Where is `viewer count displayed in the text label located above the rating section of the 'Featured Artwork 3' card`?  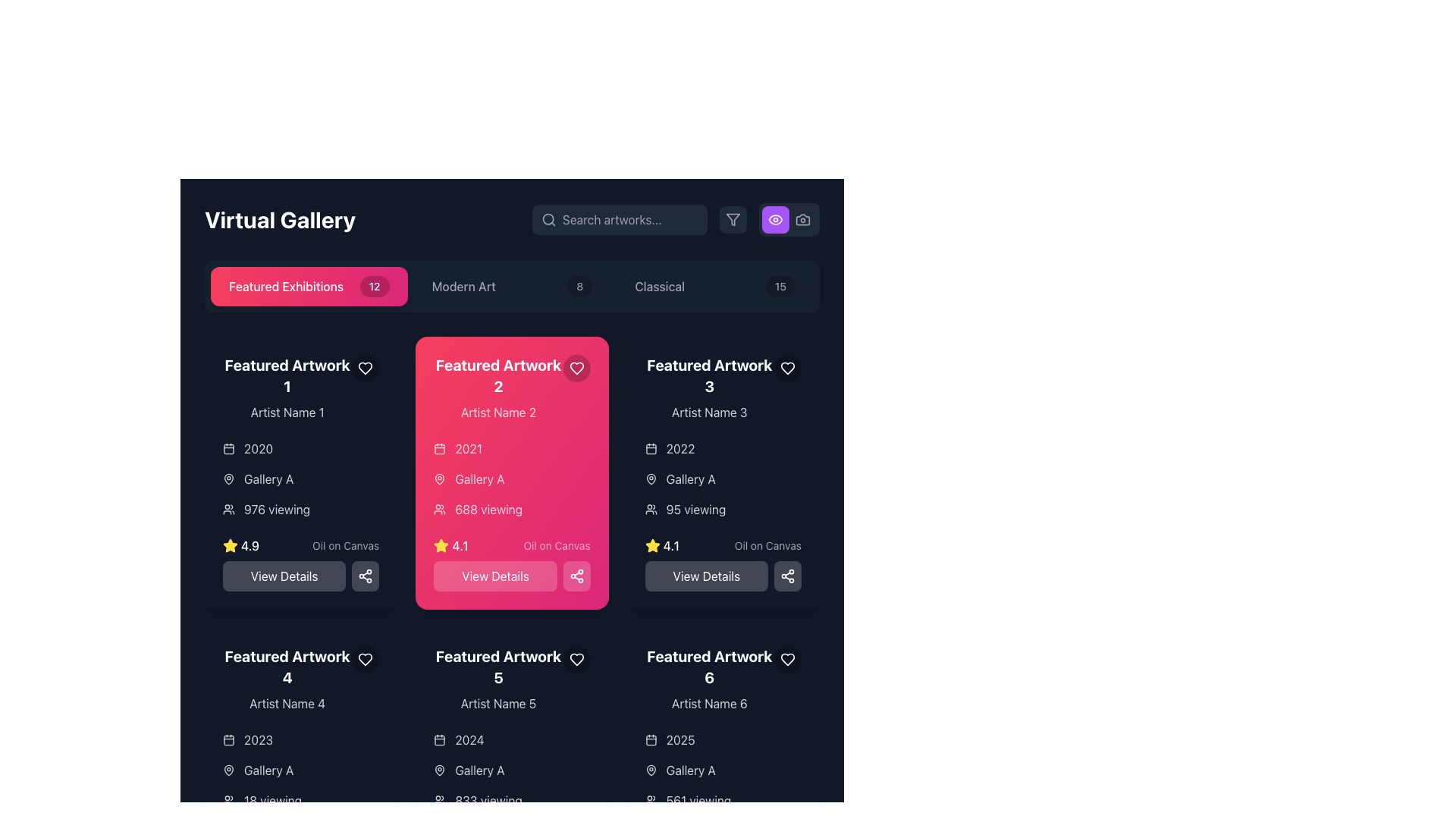 viewer count displayed in the text label located above the rating section of the 'Featured Artwork 3' card is located at coordinates (695, 509).